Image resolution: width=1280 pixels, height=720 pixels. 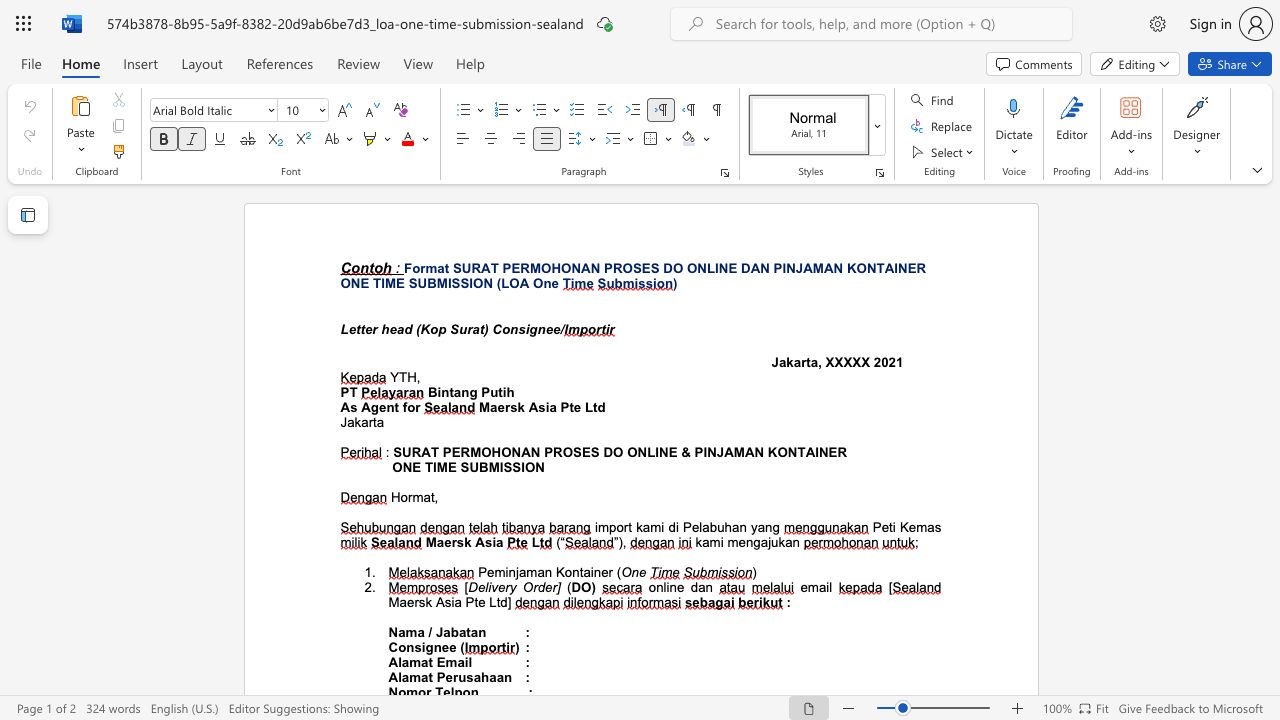 I want to click on the space between the continuous character "B" and "i" in the text, so click(x=435, y=392).